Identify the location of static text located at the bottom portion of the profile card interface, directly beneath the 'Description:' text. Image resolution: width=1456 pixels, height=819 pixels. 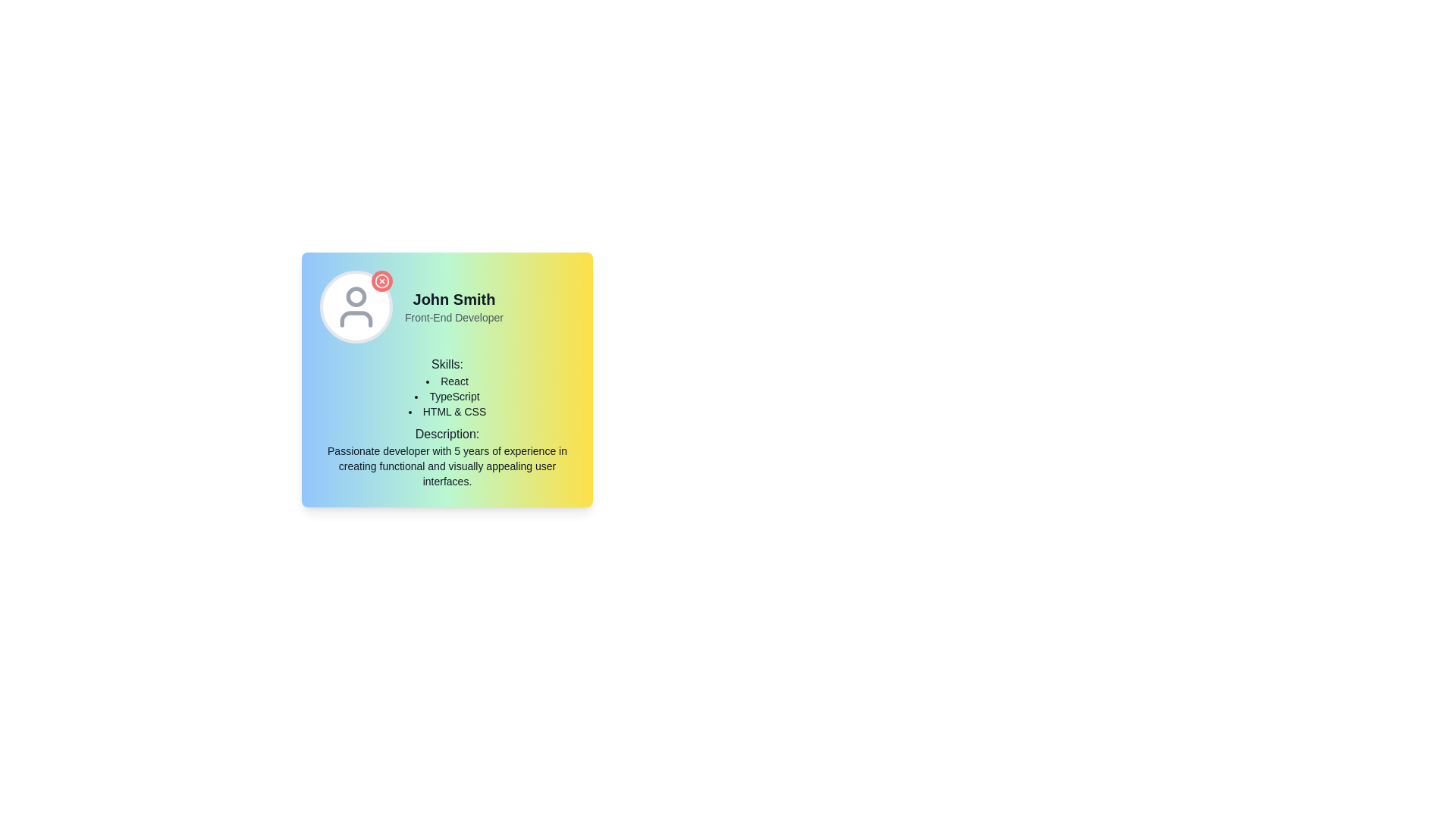
(447, 465).